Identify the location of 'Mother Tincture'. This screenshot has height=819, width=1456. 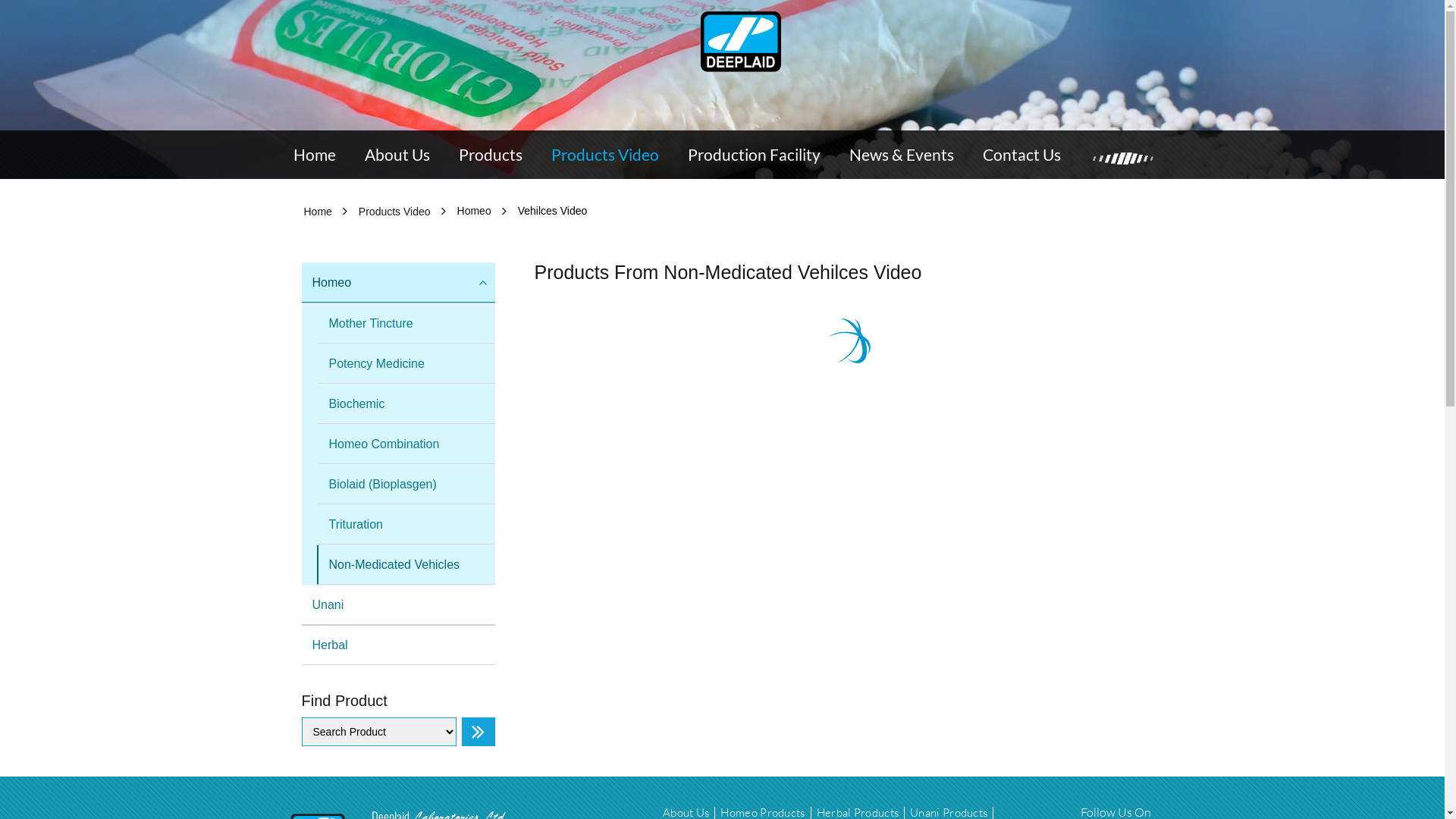
(406, 323).